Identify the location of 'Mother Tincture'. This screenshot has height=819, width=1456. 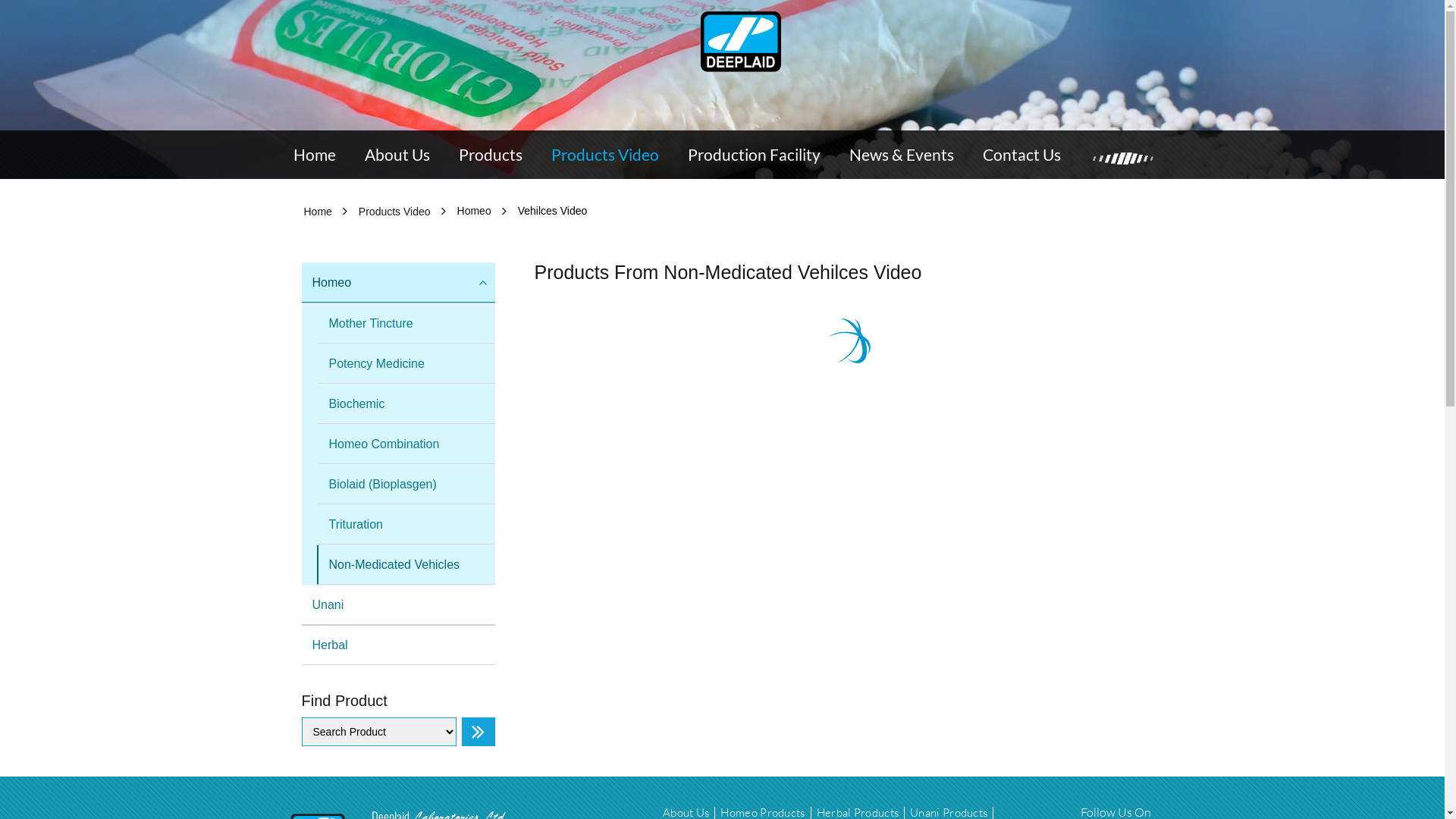
(406, 323).